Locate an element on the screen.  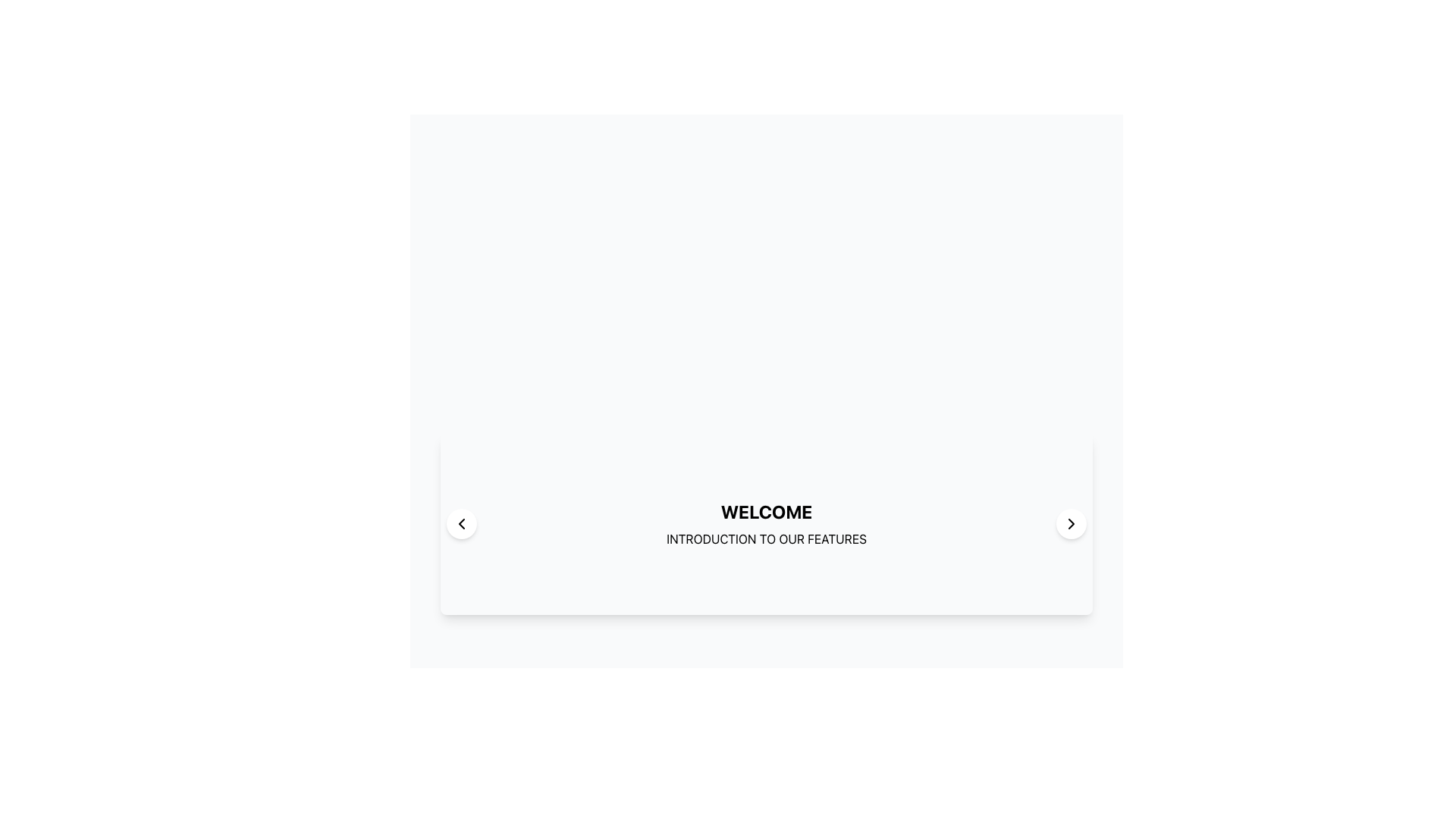
the circular navigation button with a rightward arrow is located at coordinates (1070, 522).